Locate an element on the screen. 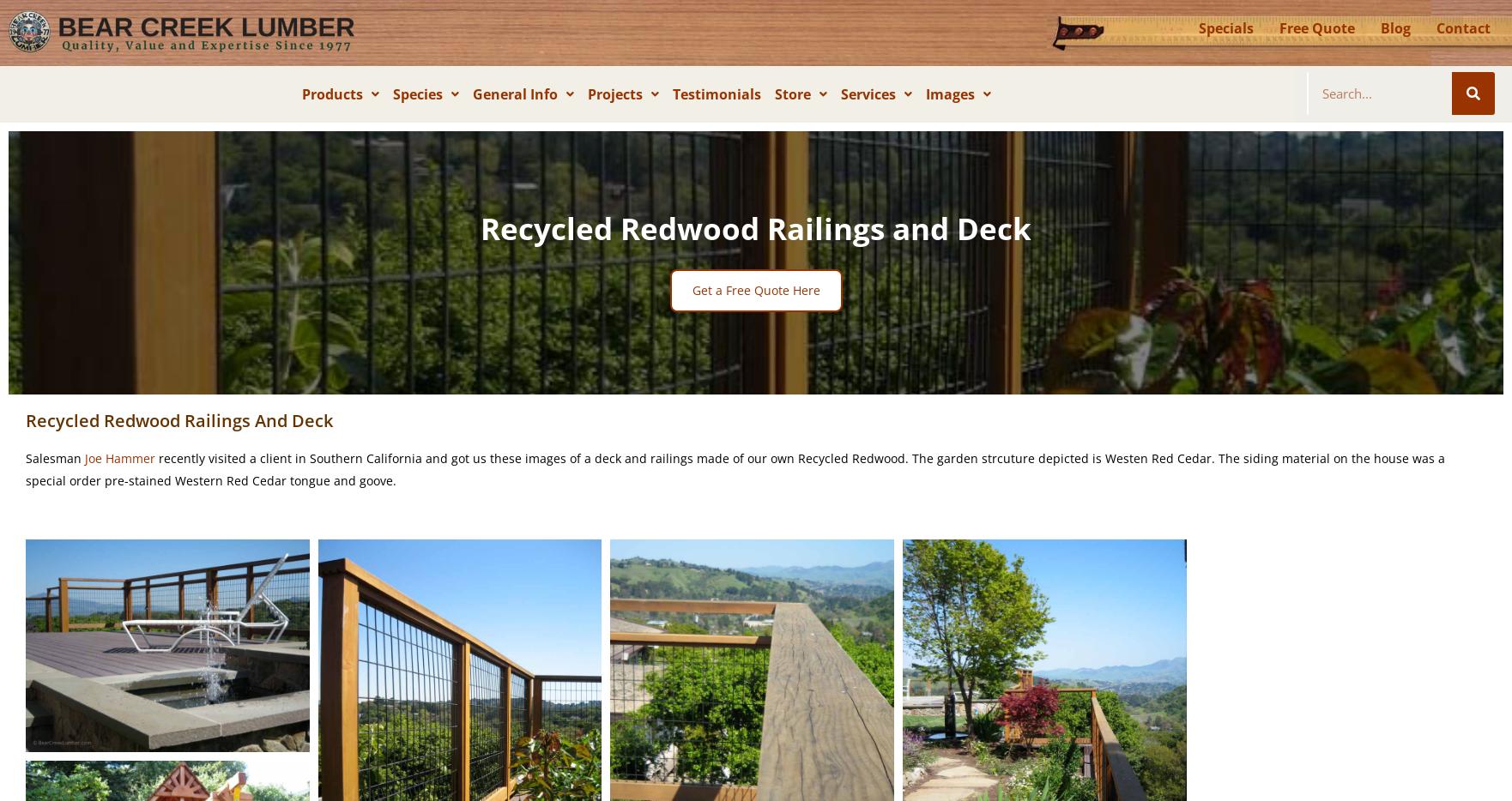 The width and height of the screenshot is (1512, 801). 'Western Red Cedar' is located at coordinates (478, 133).